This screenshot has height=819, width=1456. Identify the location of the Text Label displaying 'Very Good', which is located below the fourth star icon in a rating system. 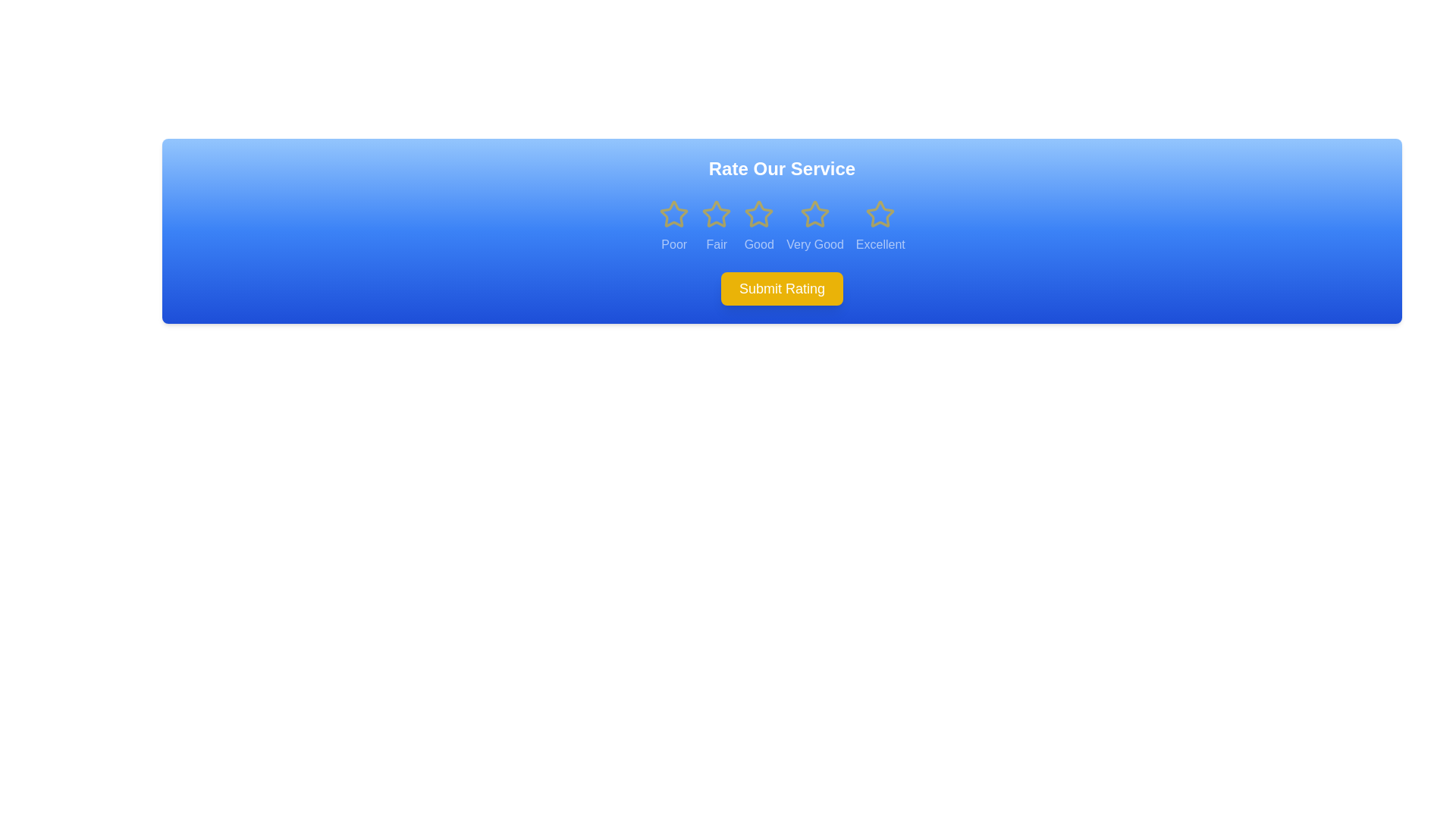
(814, 244).